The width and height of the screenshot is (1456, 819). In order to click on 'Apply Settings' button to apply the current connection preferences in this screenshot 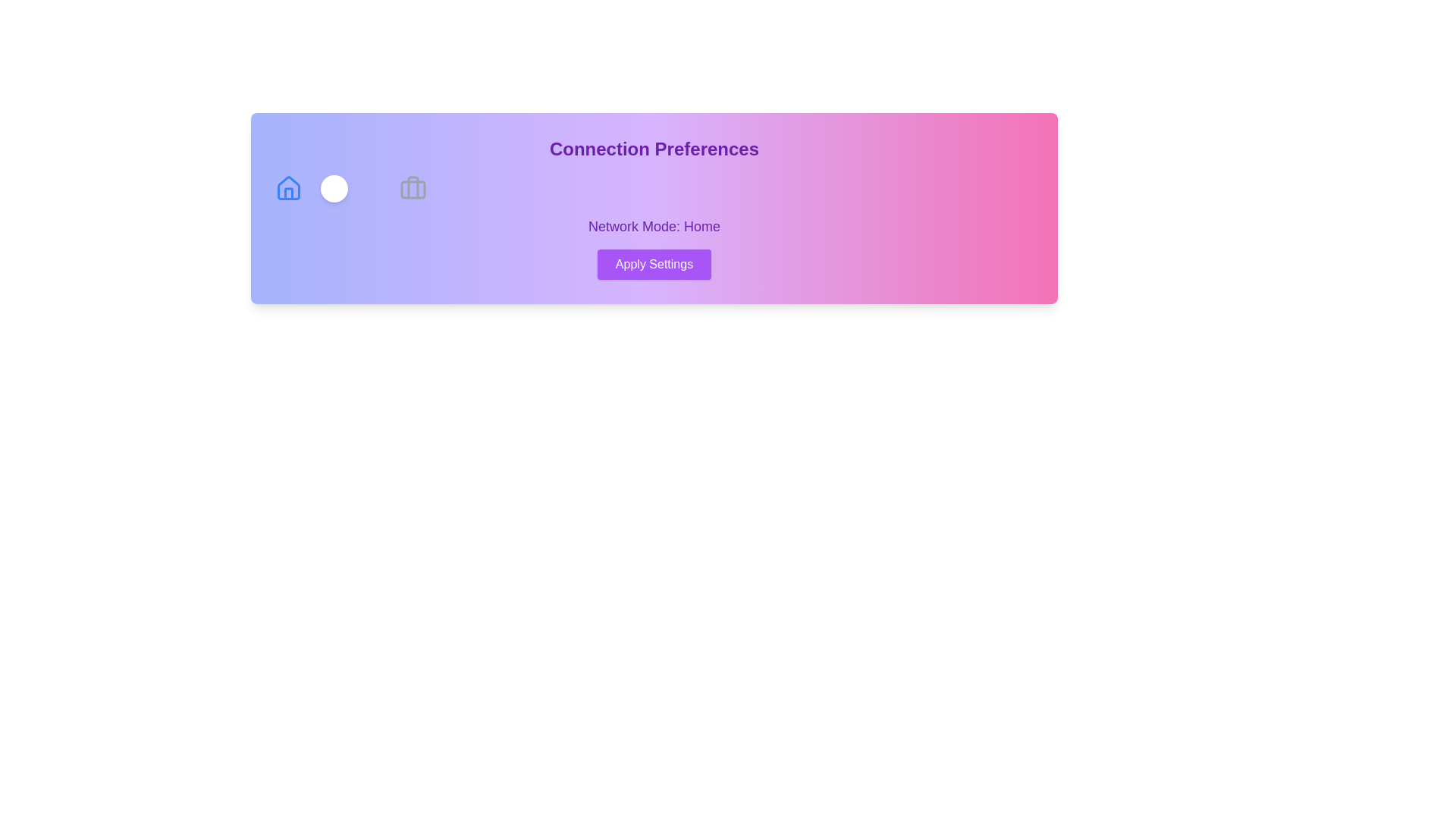, I will do `click(654, 263)`.